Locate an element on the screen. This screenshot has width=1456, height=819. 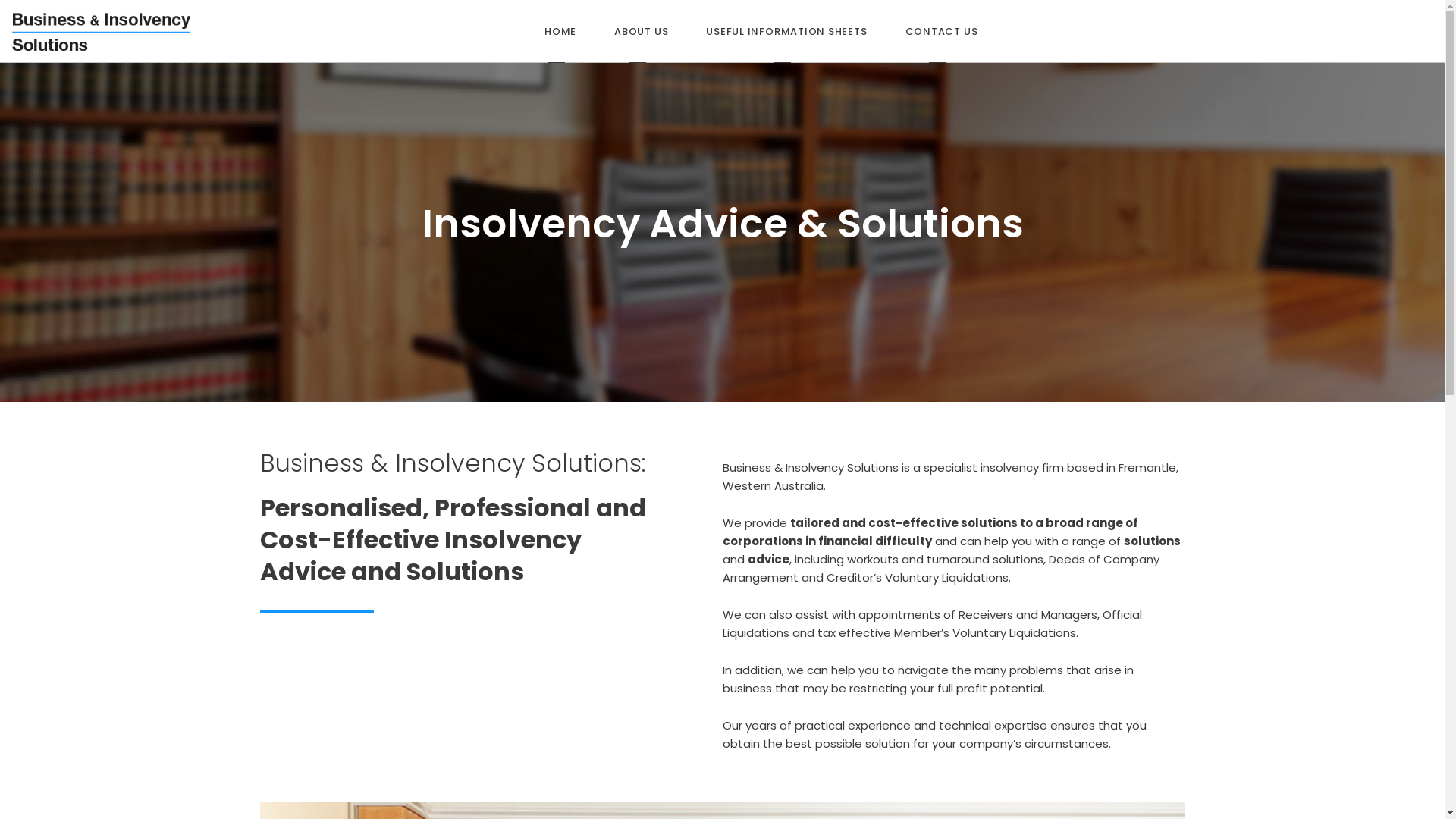
'USEFUL INFORMATION SHEETS' is located at coordinates (786, 31).